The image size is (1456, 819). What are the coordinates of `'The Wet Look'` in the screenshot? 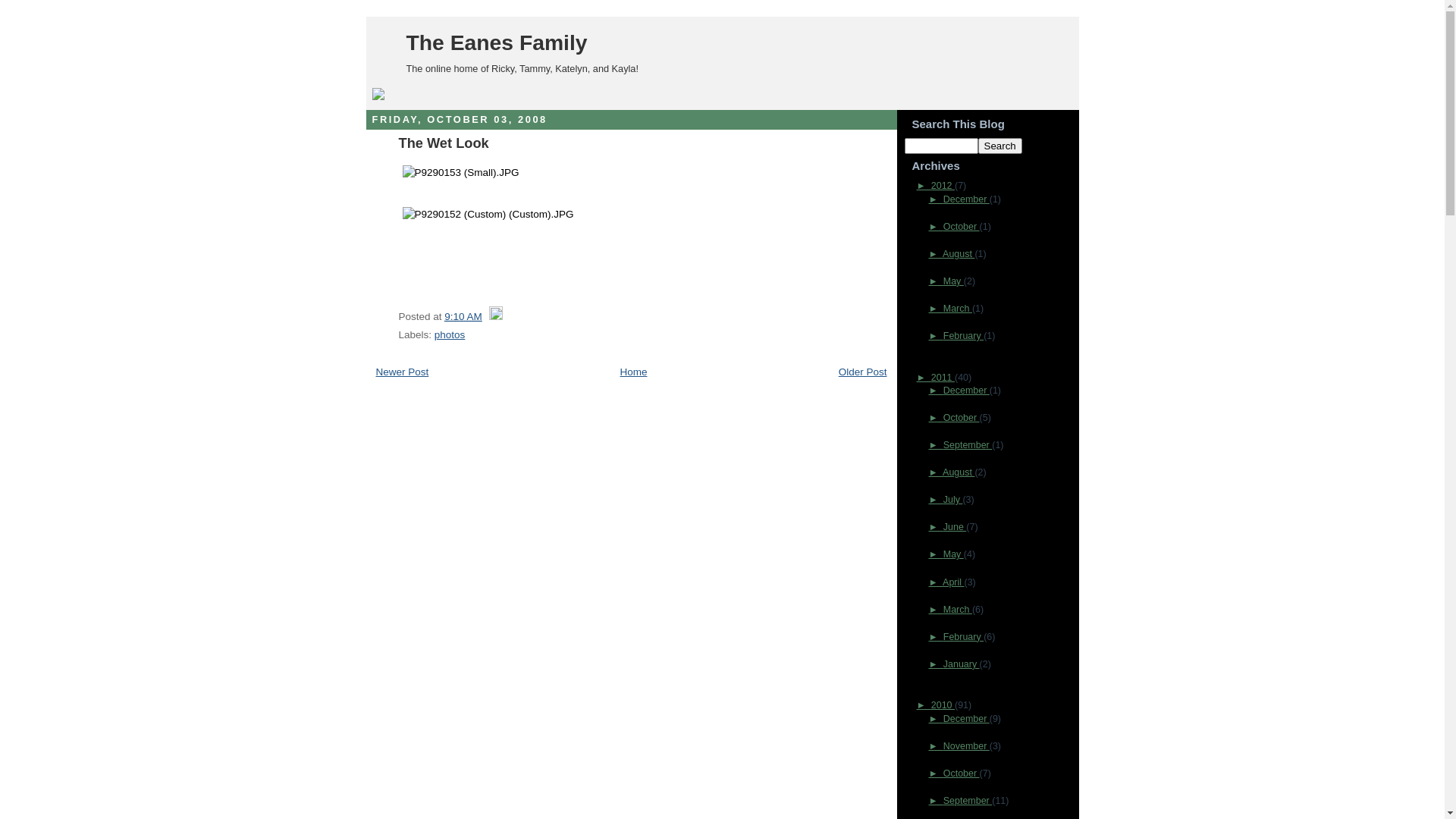 It's located at (443, 143).